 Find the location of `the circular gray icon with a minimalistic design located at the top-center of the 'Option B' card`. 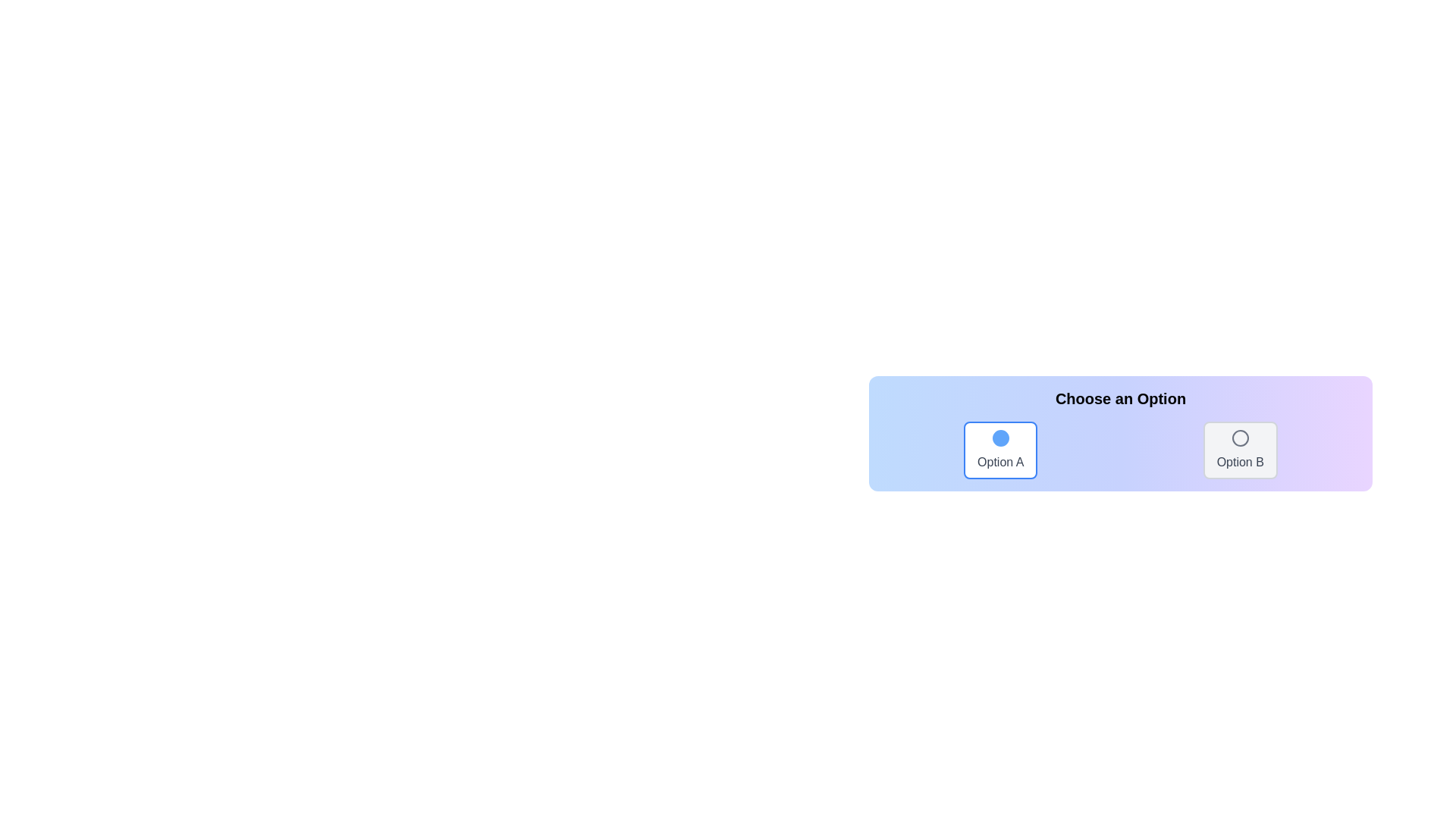

the circular gray icon with a minimalistic design located at the top-center of the 'Option B' card is located at coordinates (1240, 438).